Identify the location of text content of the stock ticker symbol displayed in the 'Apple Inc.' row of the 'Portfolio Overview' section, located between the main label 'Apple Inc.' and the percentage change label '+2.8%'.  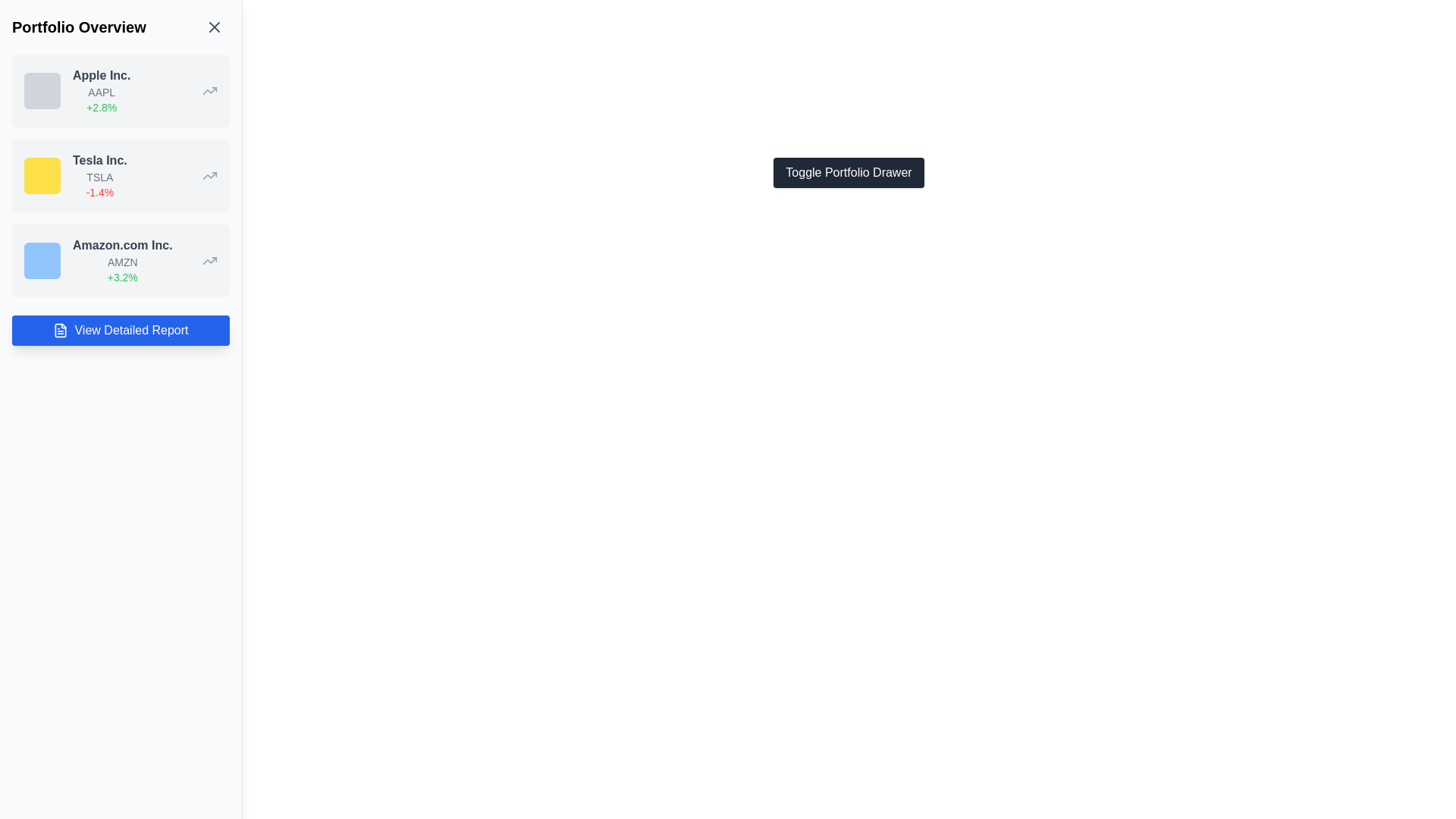
(101, 93).